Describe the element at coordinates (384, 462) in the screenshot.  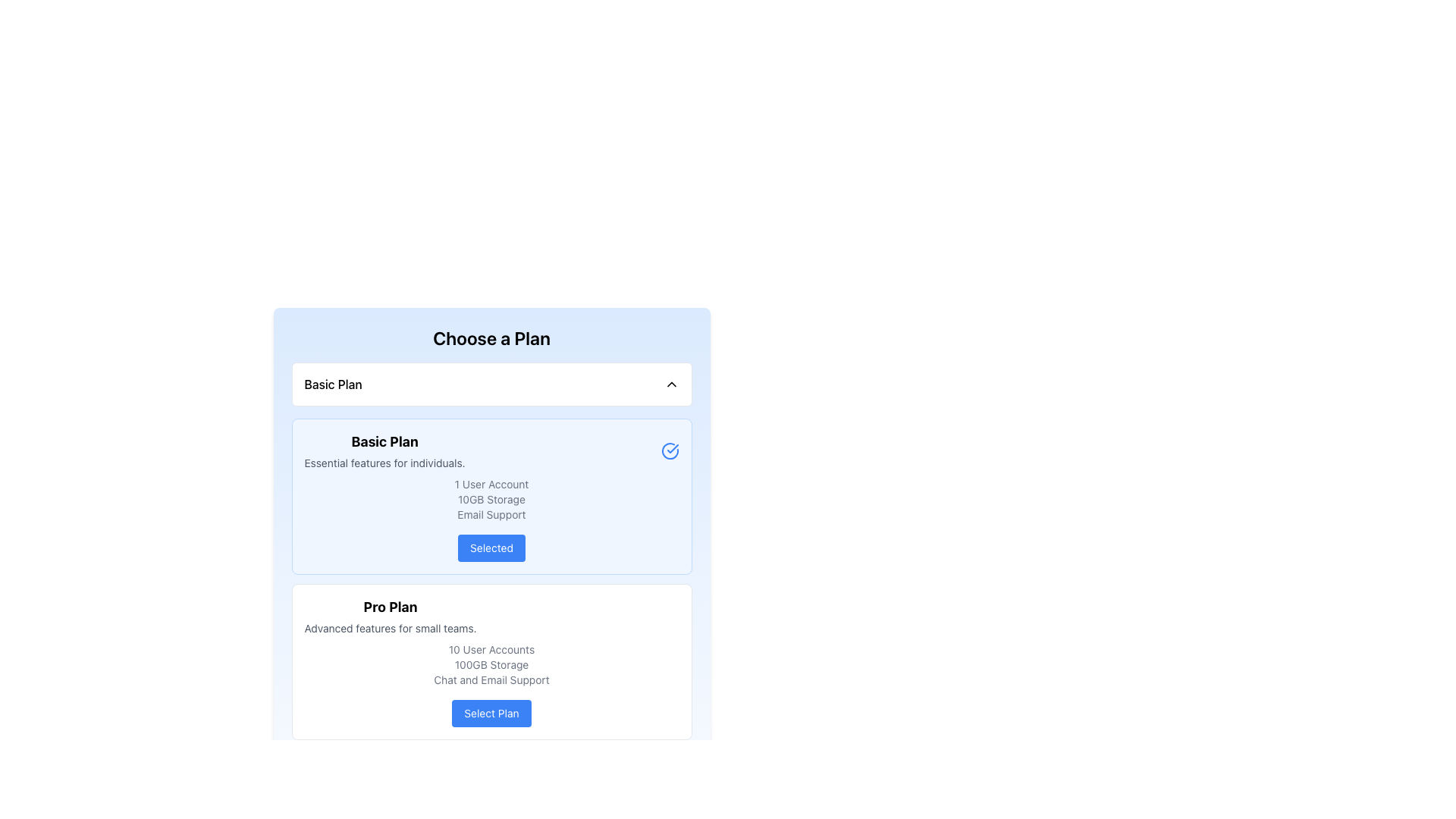
I see `the descriptive subtitle text label that provides additional information about the 'Basic Plan,' located below the title 'Basic Plan' in the card-like structure` at that location.